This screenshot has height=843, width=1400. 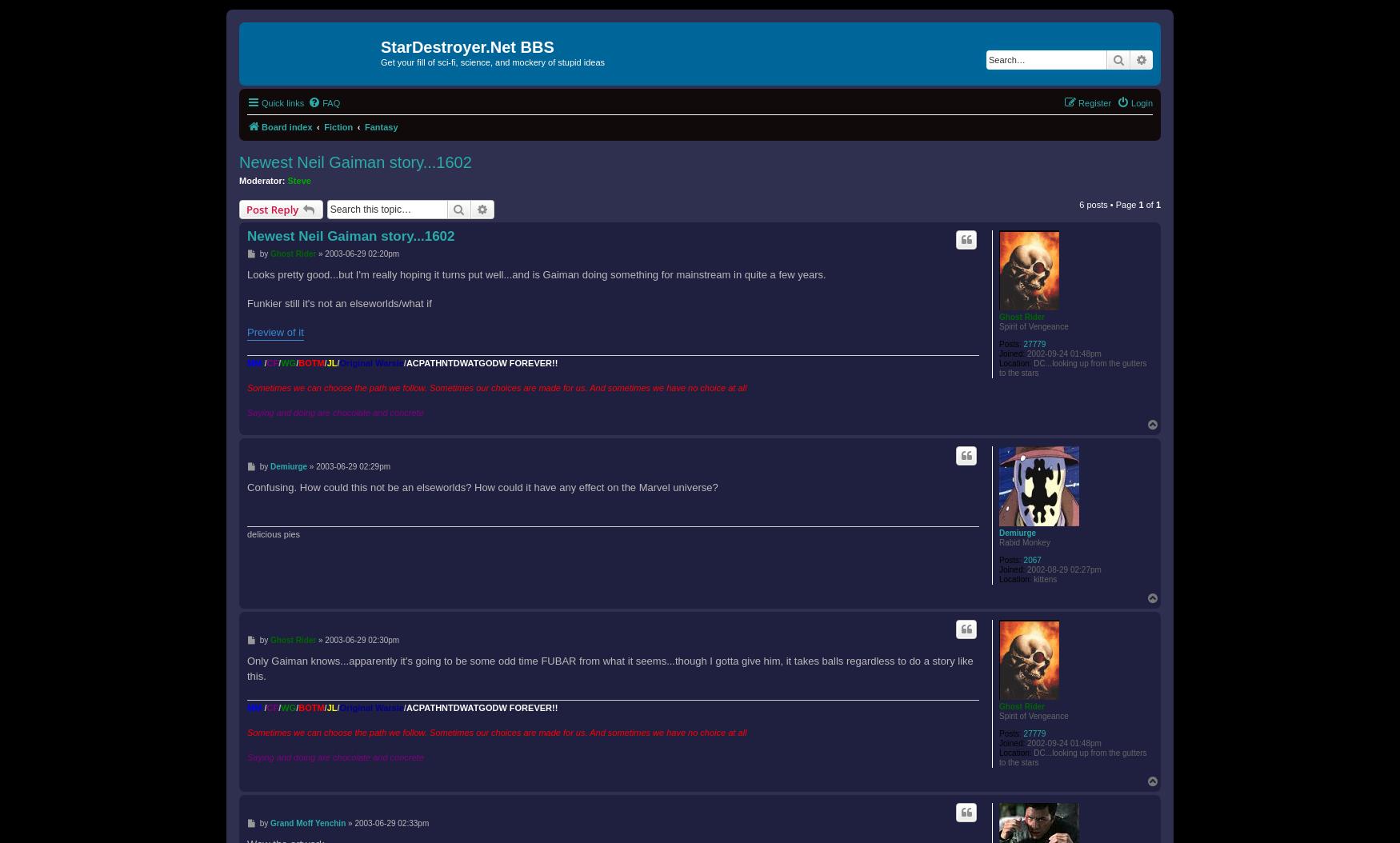 What do you see at coordinates (272, 208) in the screenshot?
I see `'Post Reply'` at bounding box center [272, 208].